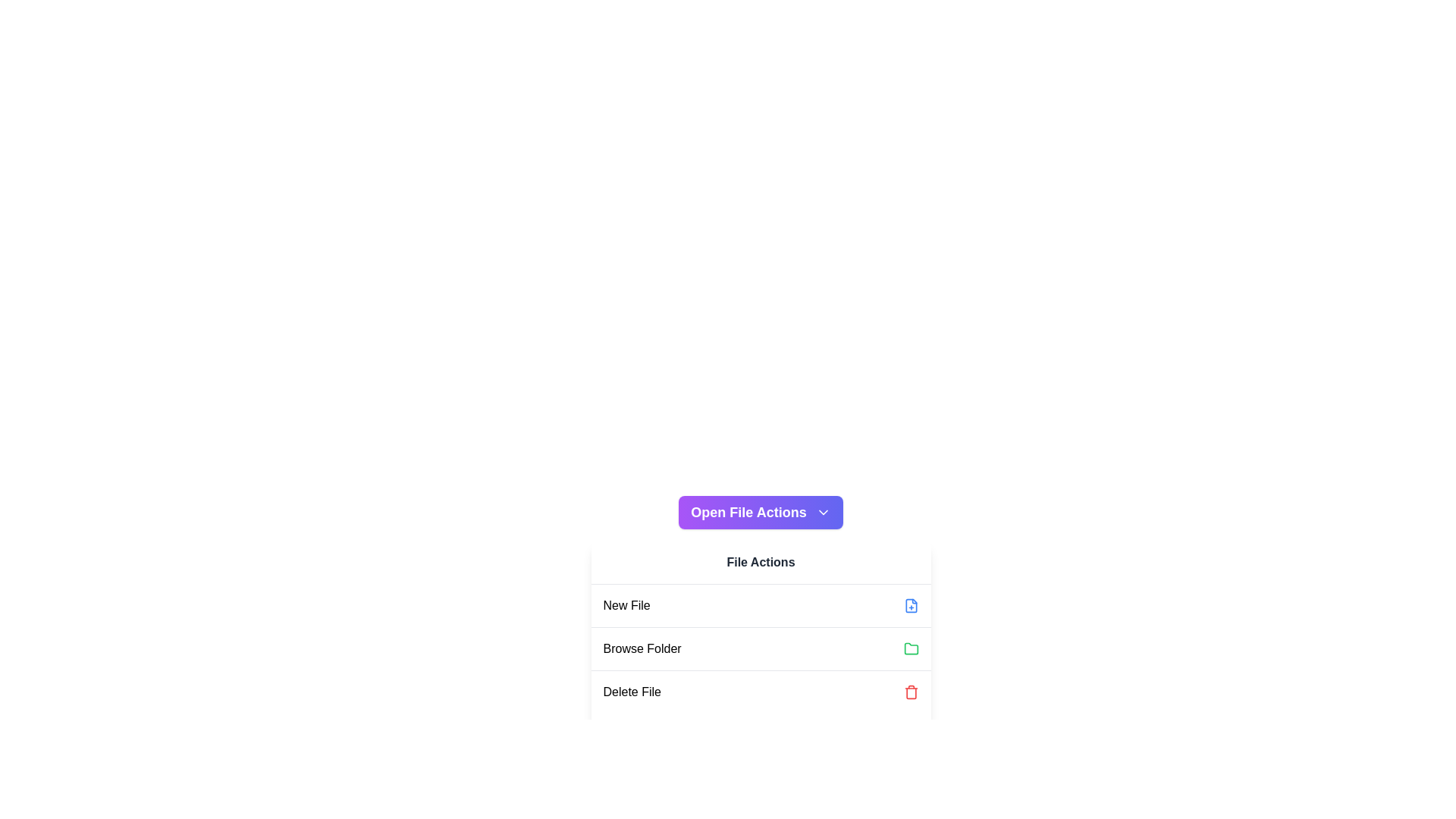 The image size is (1456, 819). Describe the element at coordinates (761, 512) in the screenshot. I see `the prominently styled button labeled 'Open File Actions' with a gradient color scheme to observe any hover effects` at that location.